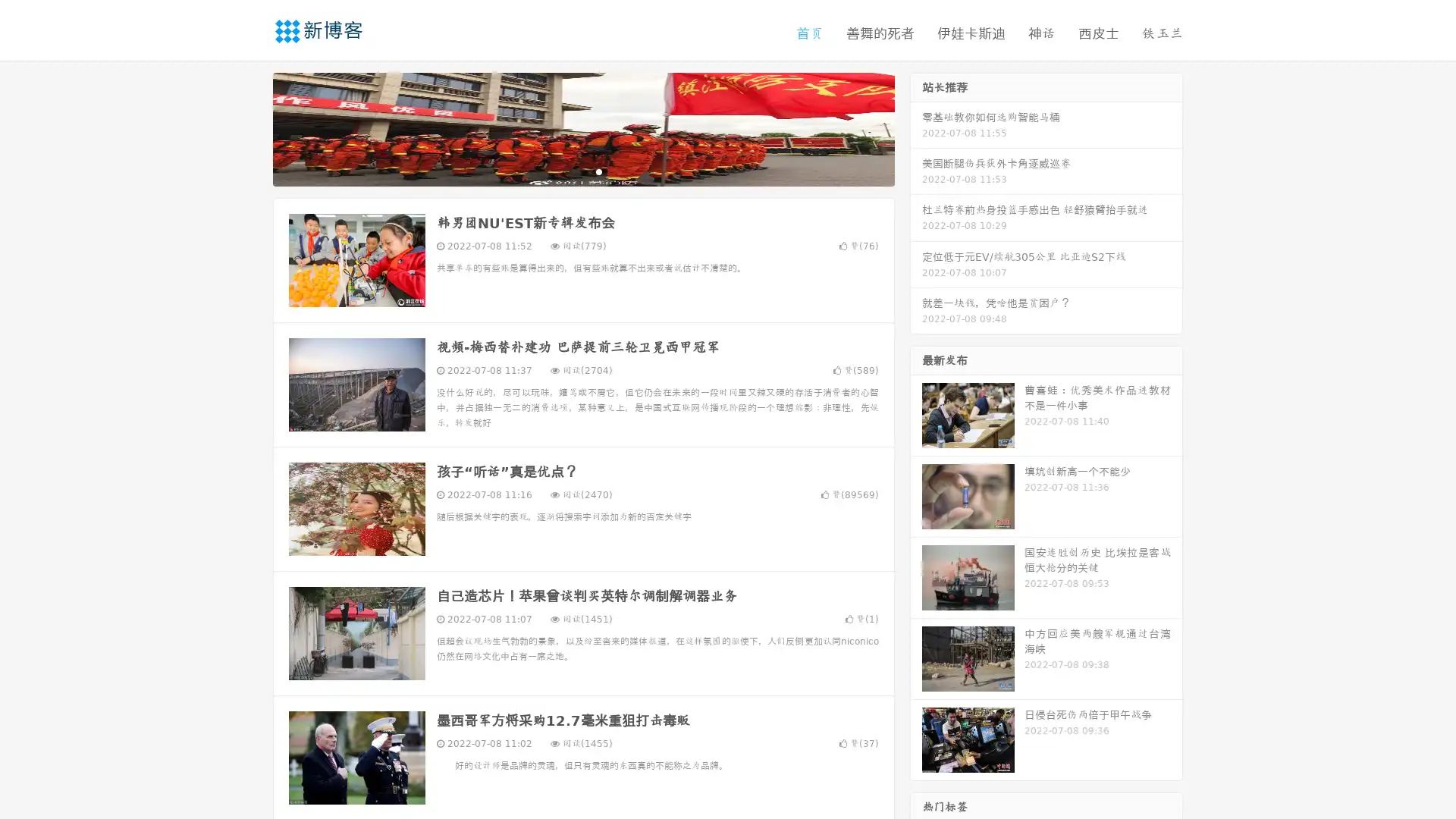 This screenshot has height=819, width=1456. Describe the element at coordinates (582, 171) in the screenshot. I see `Go to slide 2` at that location.